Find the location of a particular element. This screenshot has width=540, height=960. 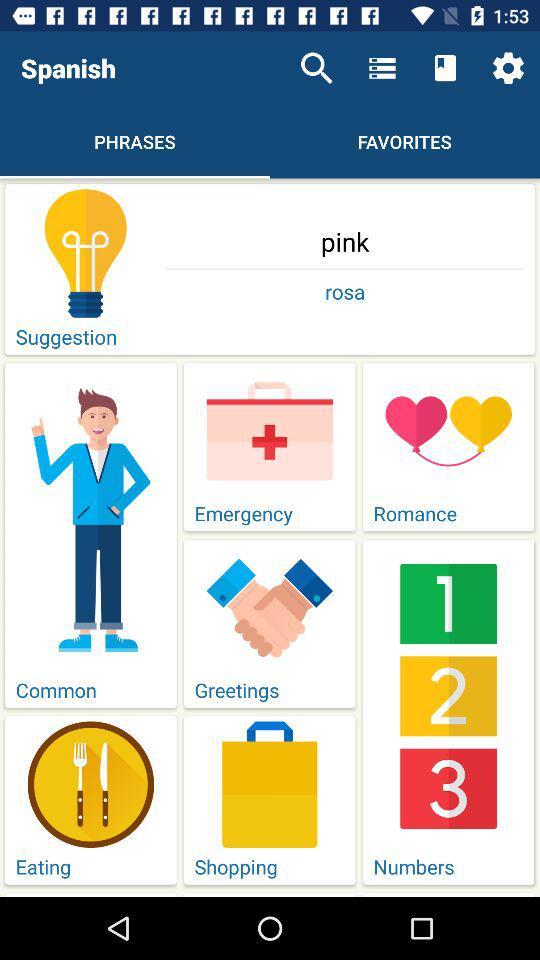

the image which is above suggestion is located at coordinates (85, 252).